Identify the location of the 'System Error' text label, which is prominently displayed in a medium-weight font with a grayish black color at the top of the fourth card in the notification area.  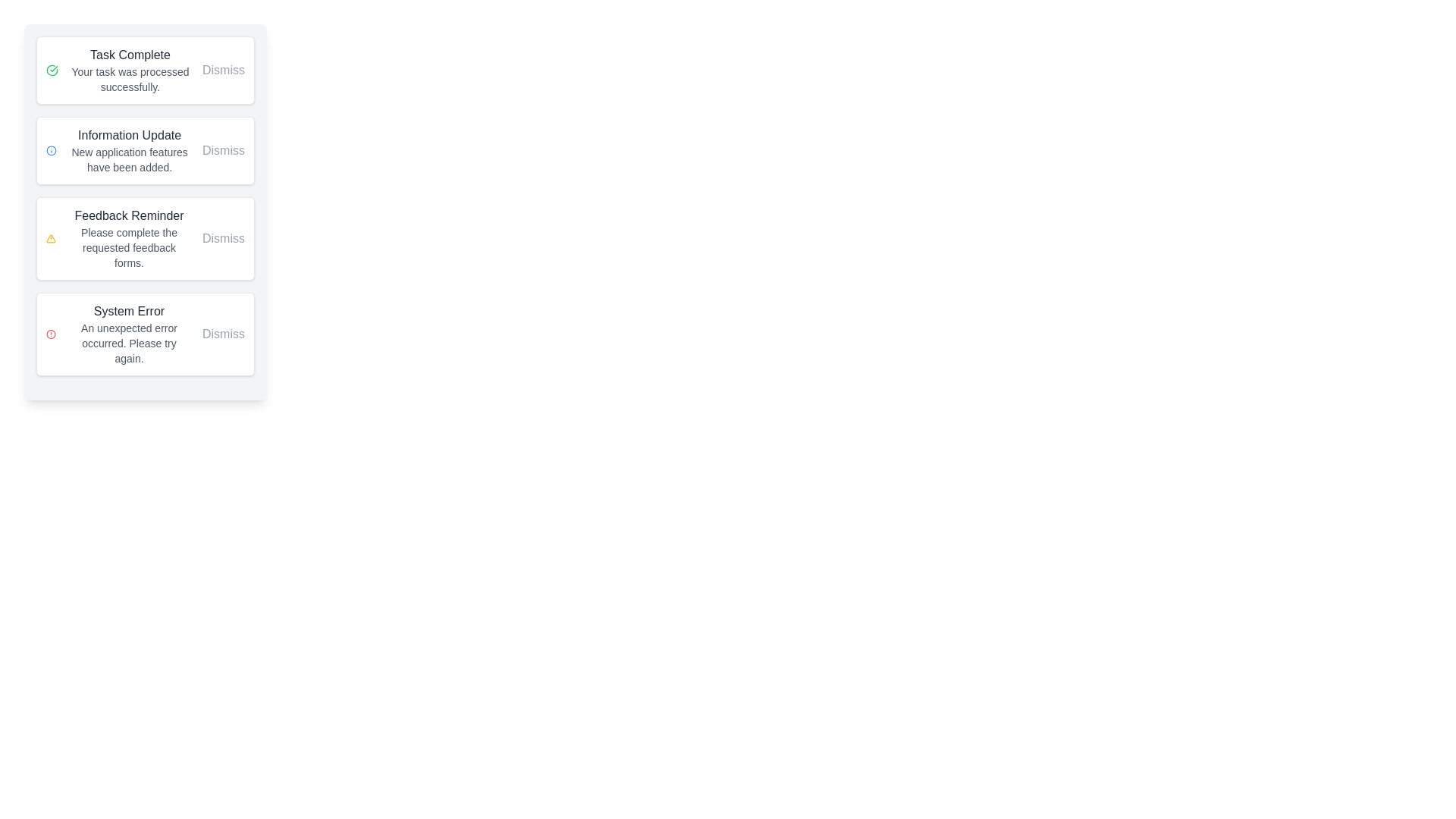
(129, 311).